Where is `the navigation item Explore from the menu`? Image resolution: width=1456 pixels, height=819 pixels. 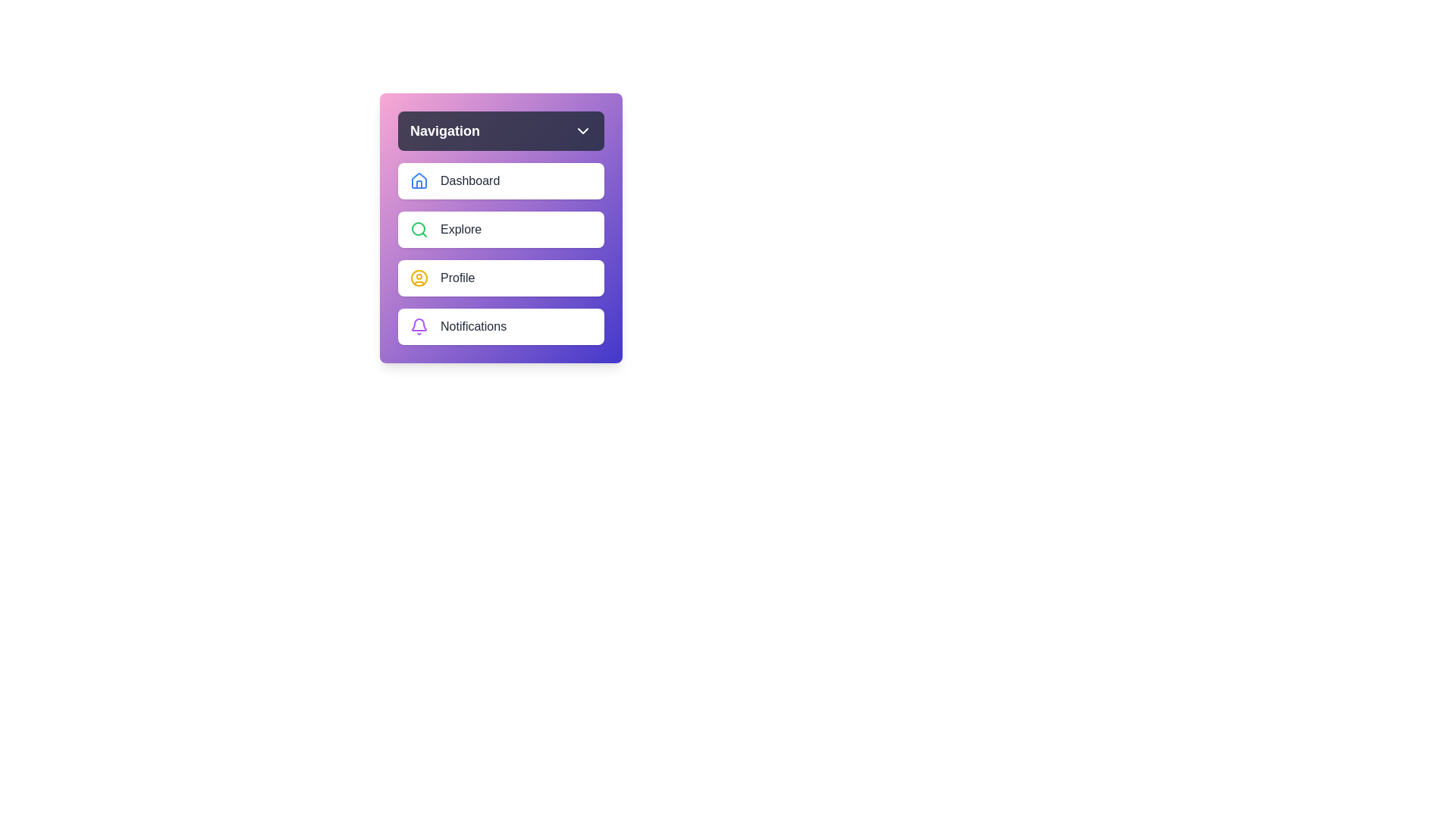 the navigation item Explore from the menu is located at coordinates (501, 230).